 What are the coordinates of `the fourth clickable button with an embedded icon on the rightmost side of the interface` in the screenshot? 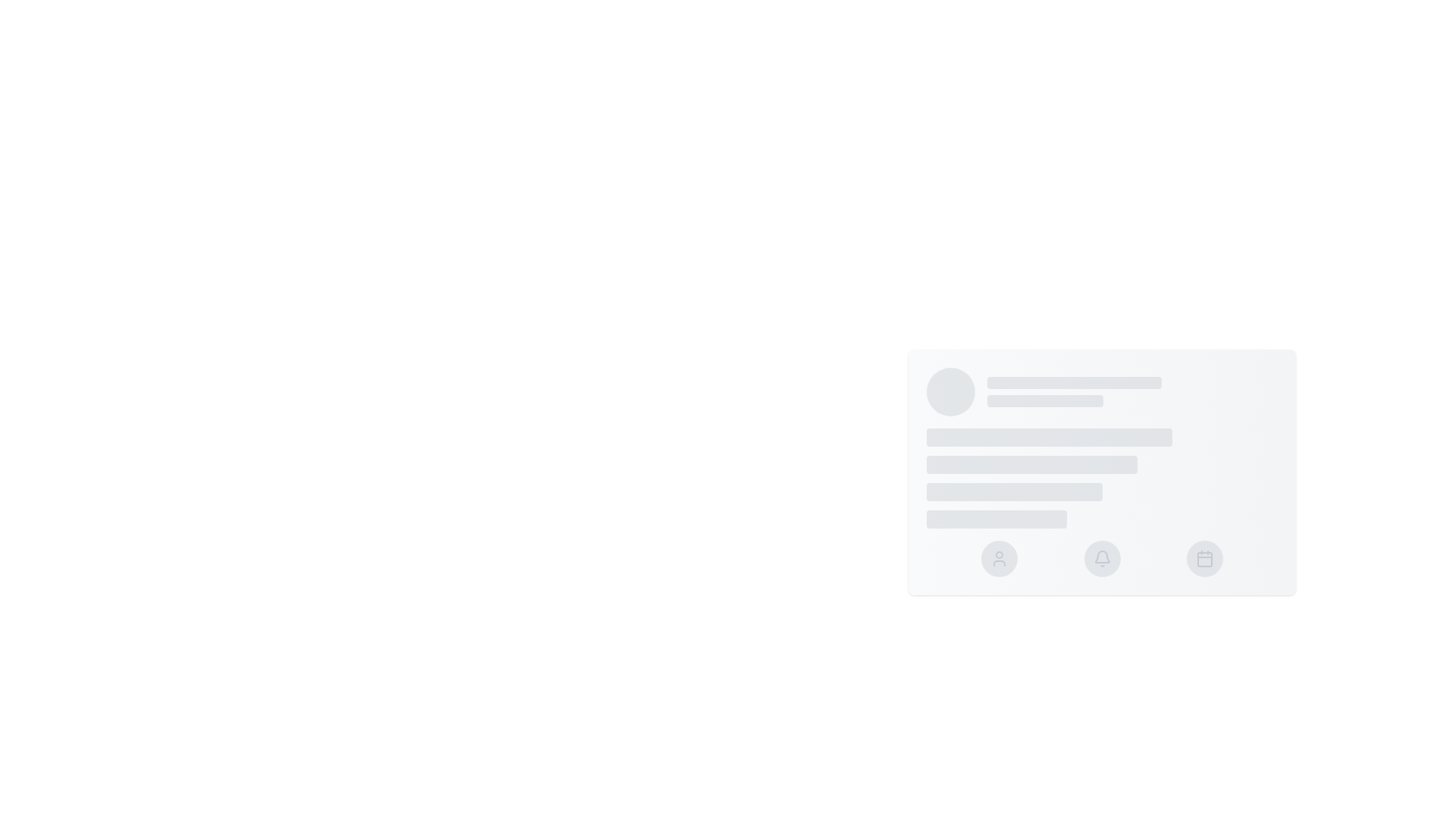 It's located at (1204, 558).